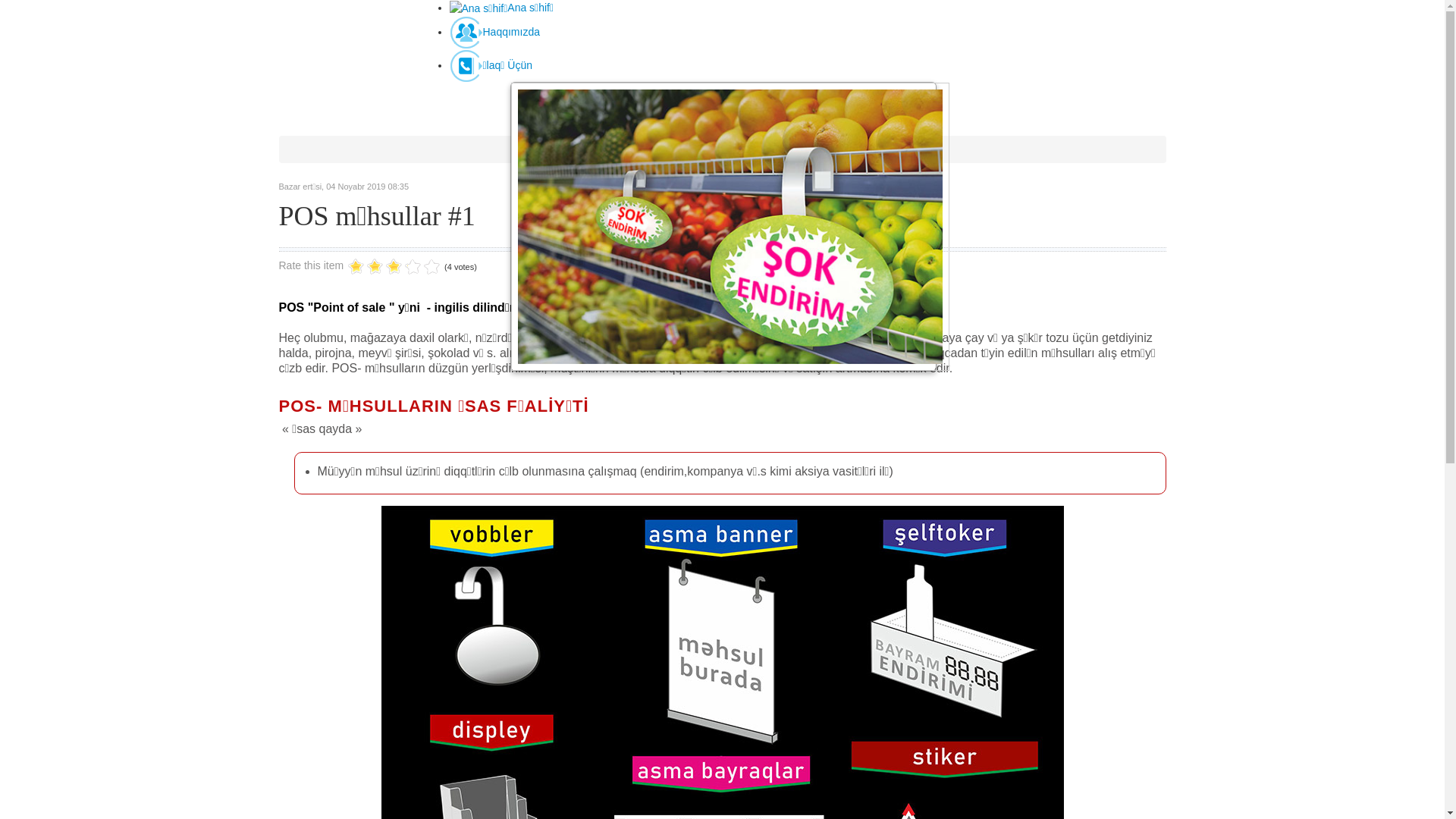  Describe the element at coordinates (355, 266) in the screenshot. I see `'1'` at that location.